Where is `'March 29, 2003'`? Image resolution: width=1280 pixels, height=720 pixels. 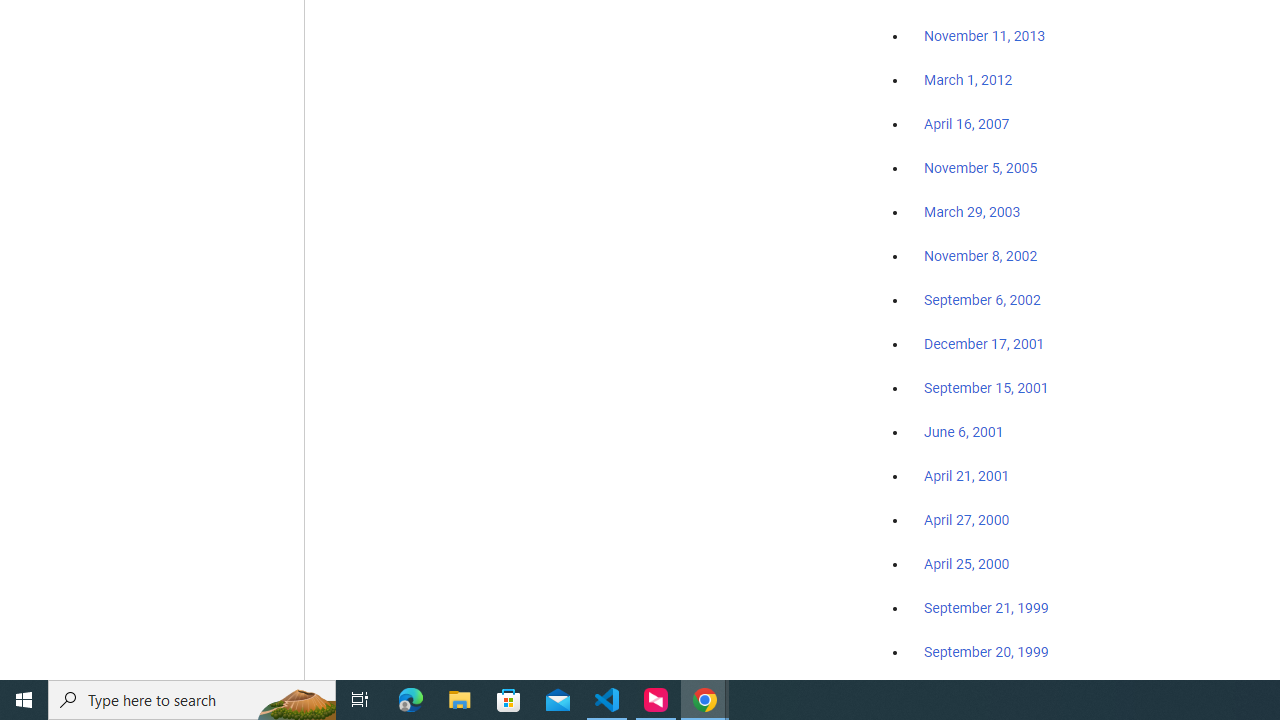
'March 29, 2003' is located at coordinates (972, 212).